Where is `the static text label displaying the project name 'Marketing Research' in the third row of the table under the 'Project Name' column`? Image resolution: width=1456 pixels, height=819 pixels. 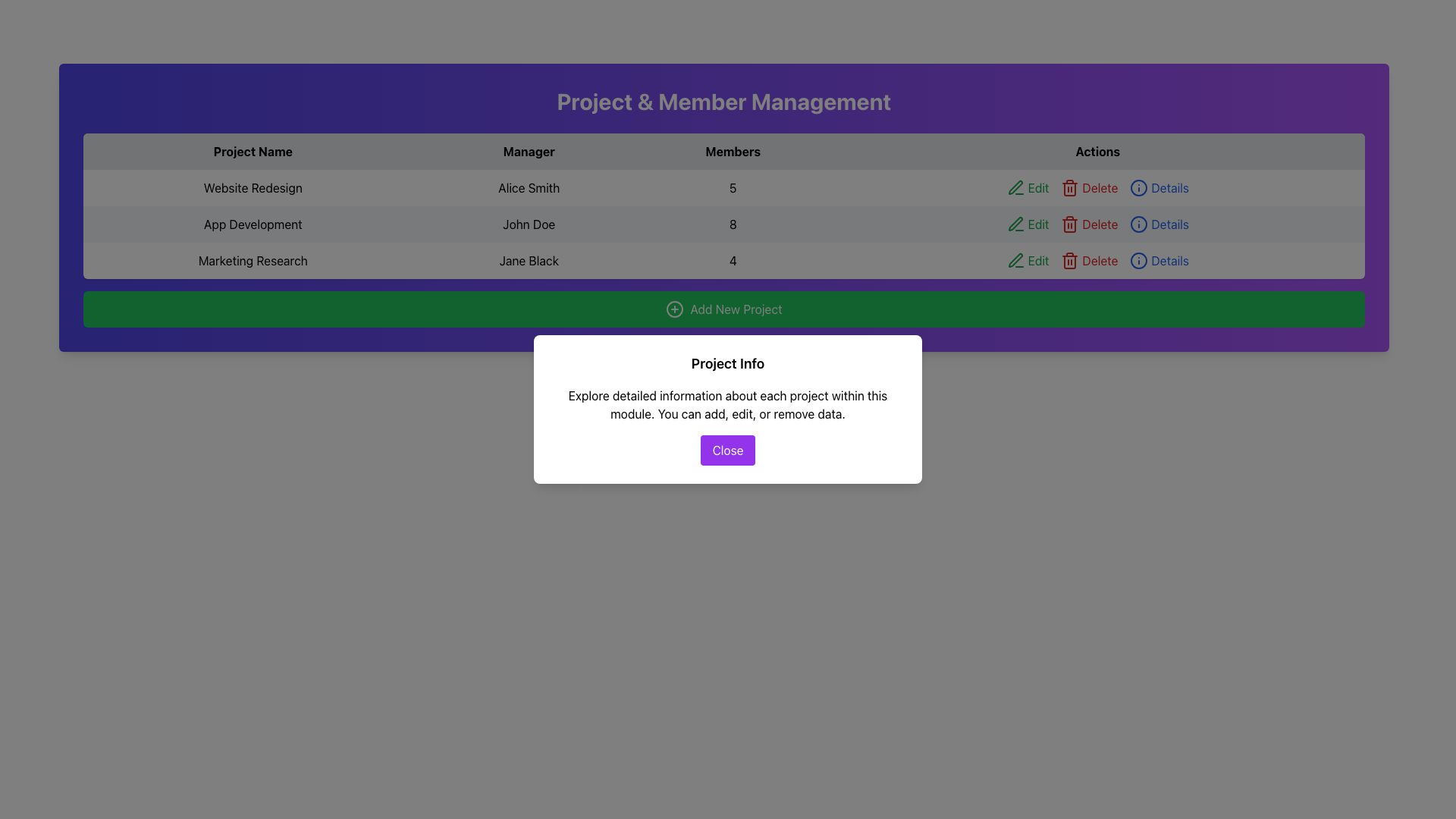
the static text label displaying the project name 'Marketing Research' in the third row of the table under the 'Project Name' column is located at coordinates (253, 259).